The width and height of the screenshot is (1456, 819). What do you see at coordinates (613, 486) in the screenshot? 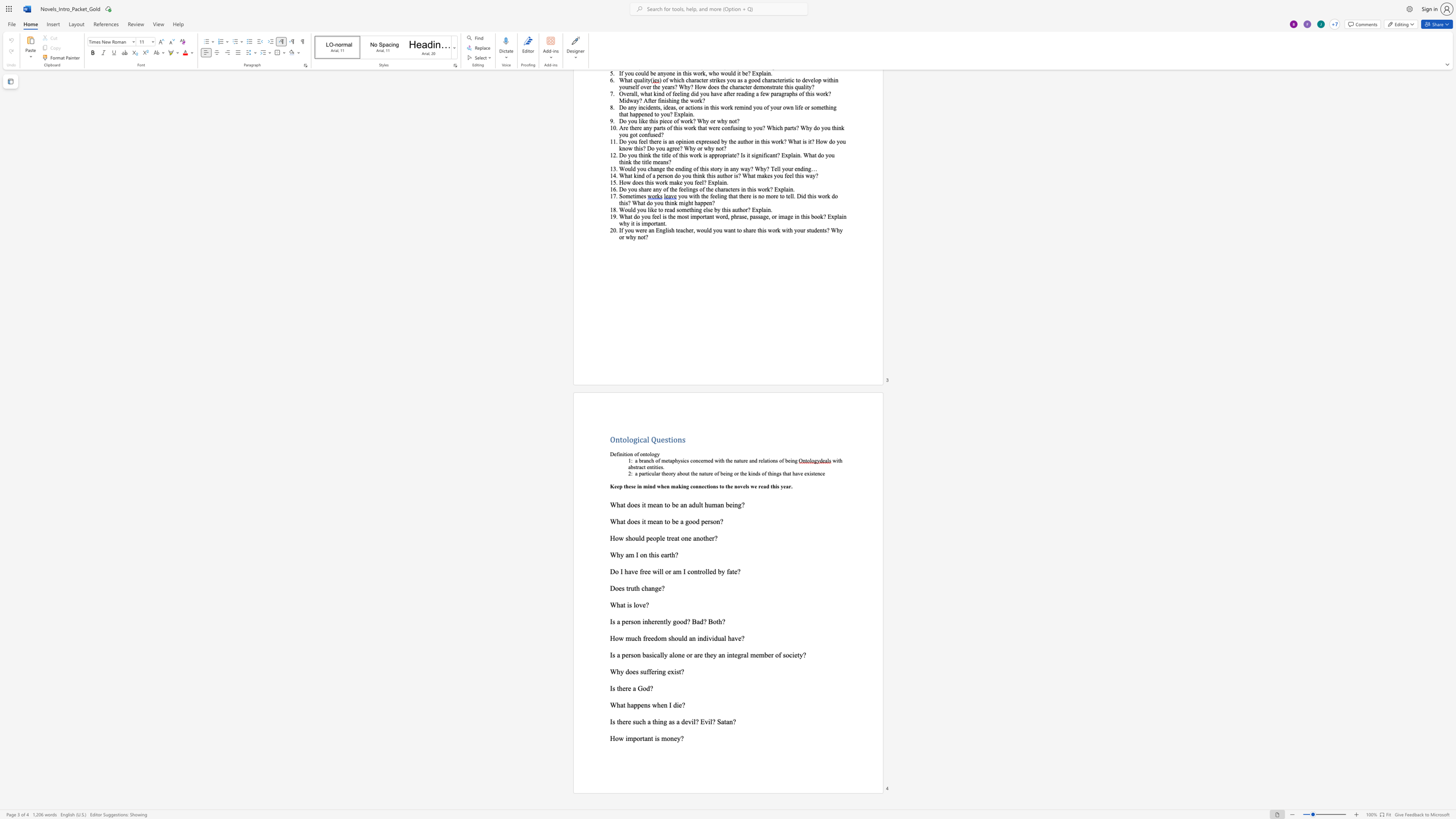
I see `the space between the continuous character "K" and "e" in the text` at bounding box center [613, 486].